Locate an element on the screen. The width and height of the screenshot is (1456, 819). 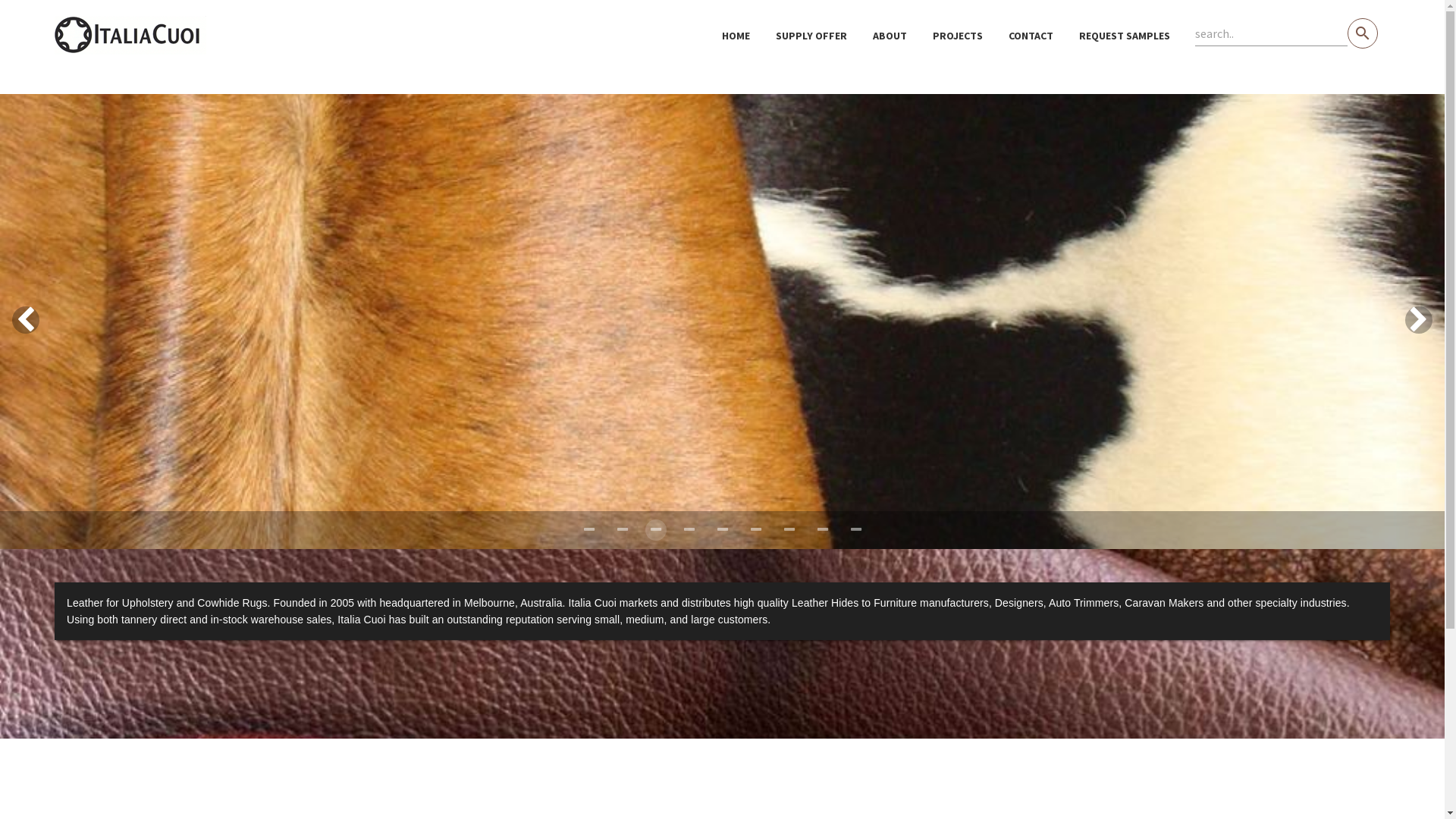
'7' is located at coordinates (821, 529).